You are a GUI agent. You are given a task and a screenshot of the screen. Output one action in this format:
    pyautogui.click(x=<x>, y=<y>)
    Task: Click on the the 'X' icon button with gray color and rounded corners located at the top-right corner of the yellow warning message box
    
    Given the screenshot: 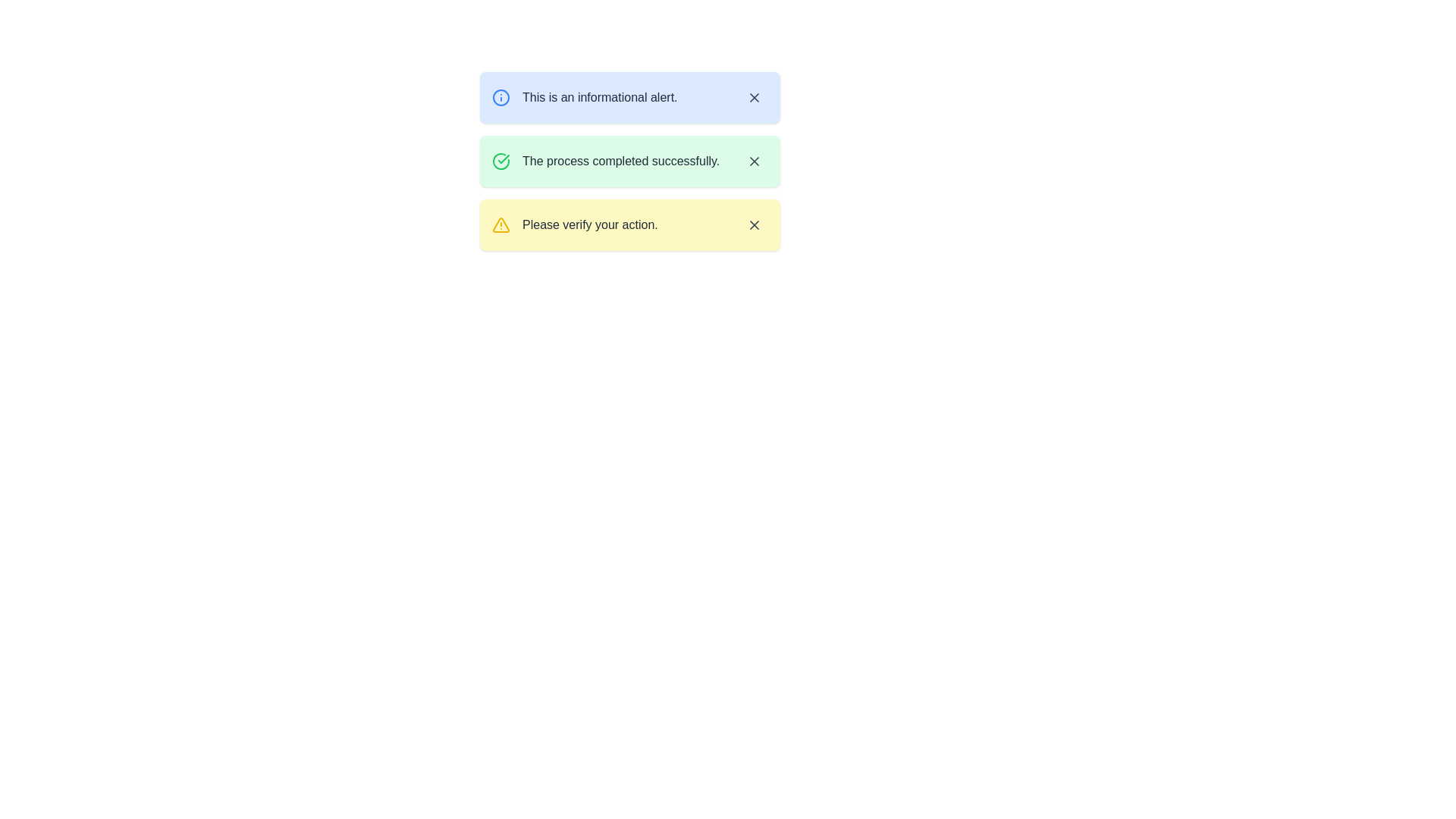 What is the action you would take?
    pyautogui.click(x=754, y=225)
    